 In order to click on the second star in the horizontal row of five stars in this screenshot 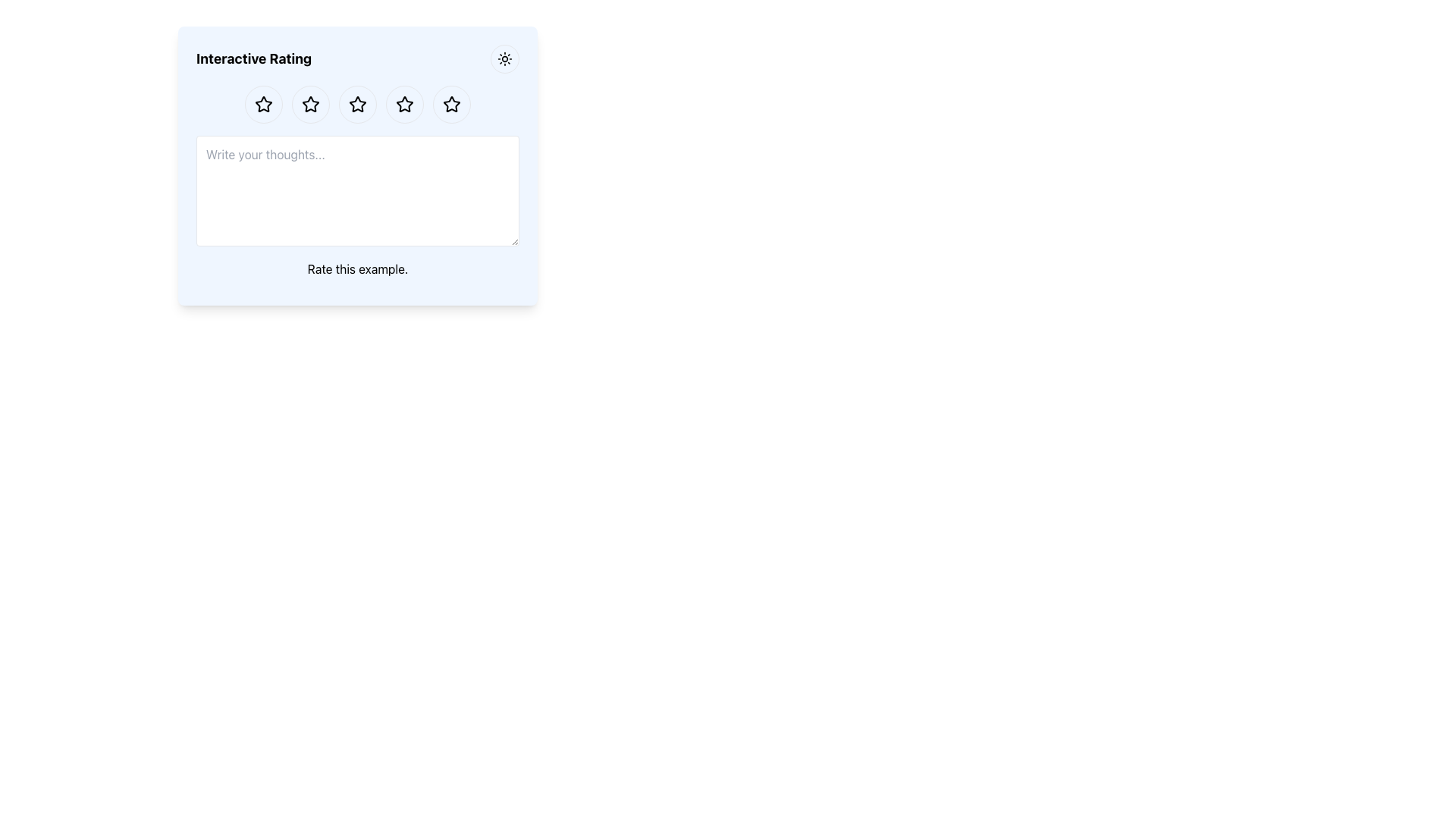, I will do `click(309, 104)`.